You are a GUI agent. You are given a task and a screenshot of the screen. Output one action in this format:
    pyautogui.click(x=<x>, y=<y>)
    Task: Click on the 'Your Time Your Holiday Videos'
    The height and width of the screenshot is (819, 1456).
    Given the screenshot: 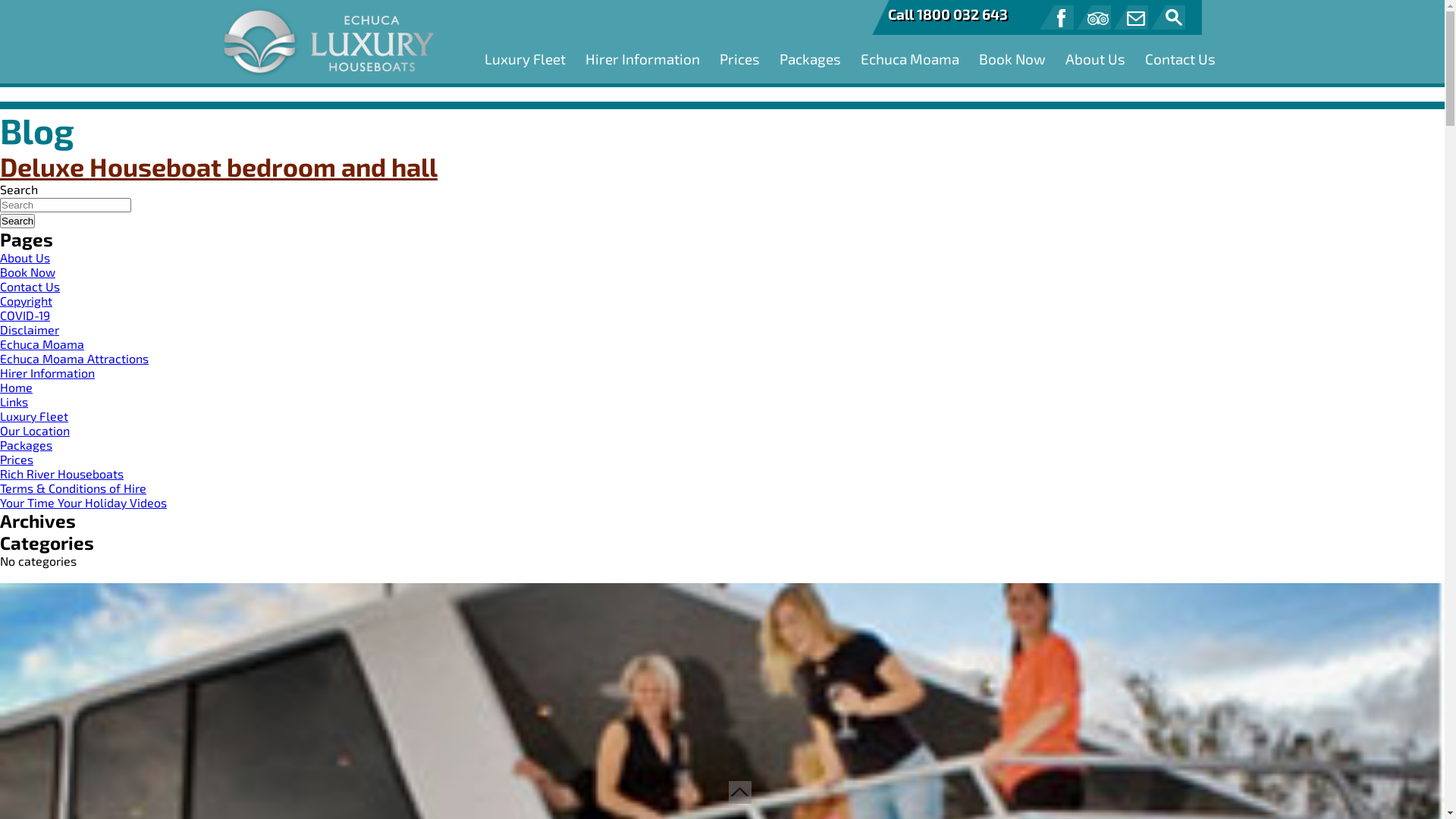 What is the action you would take?
    pyautogui.click(x=83, y=502)
    